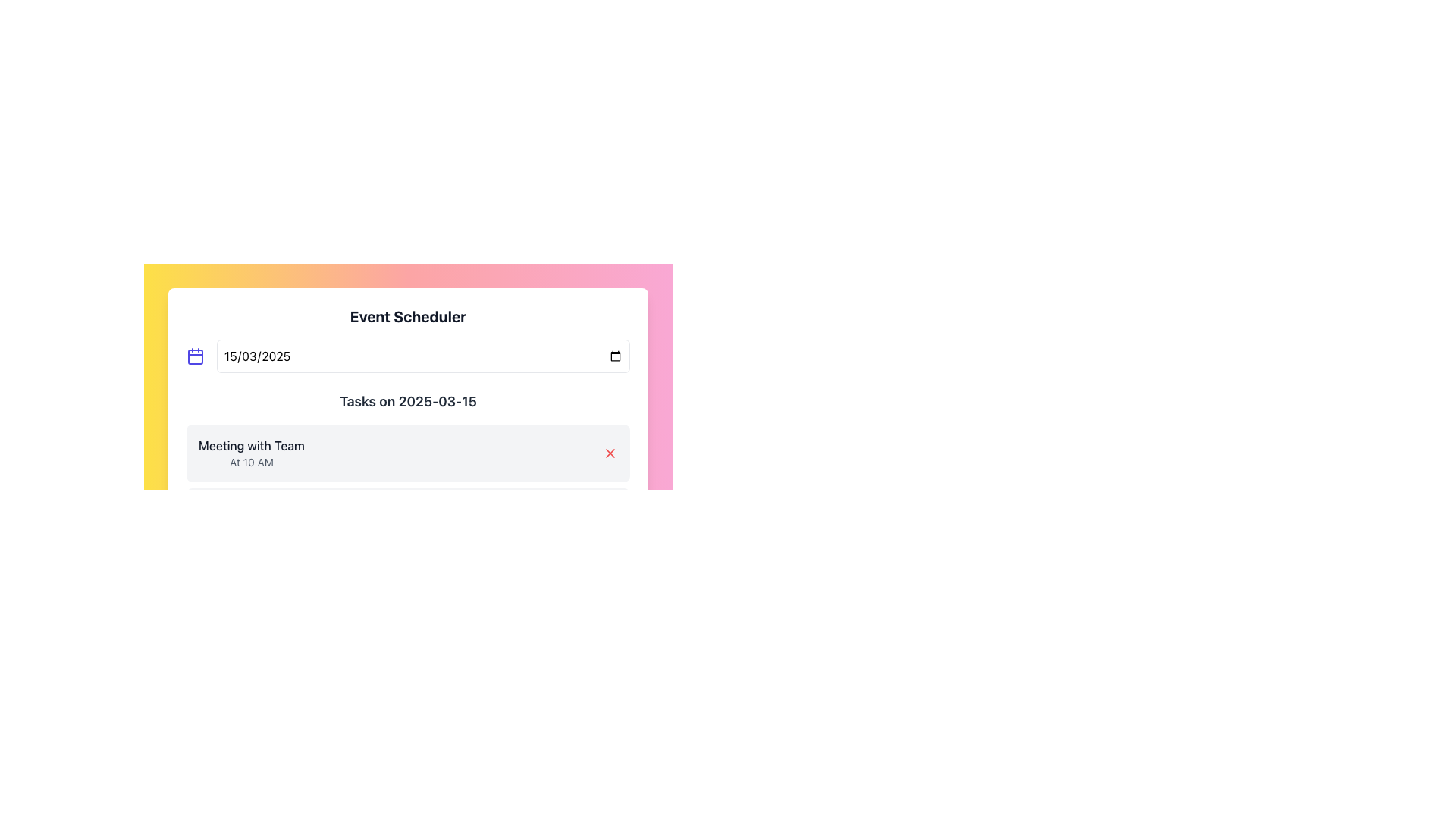 This screenshot has height=819, width=1456. I want to click on the task entry component for 'Meeting with Team', so click(408, 467).